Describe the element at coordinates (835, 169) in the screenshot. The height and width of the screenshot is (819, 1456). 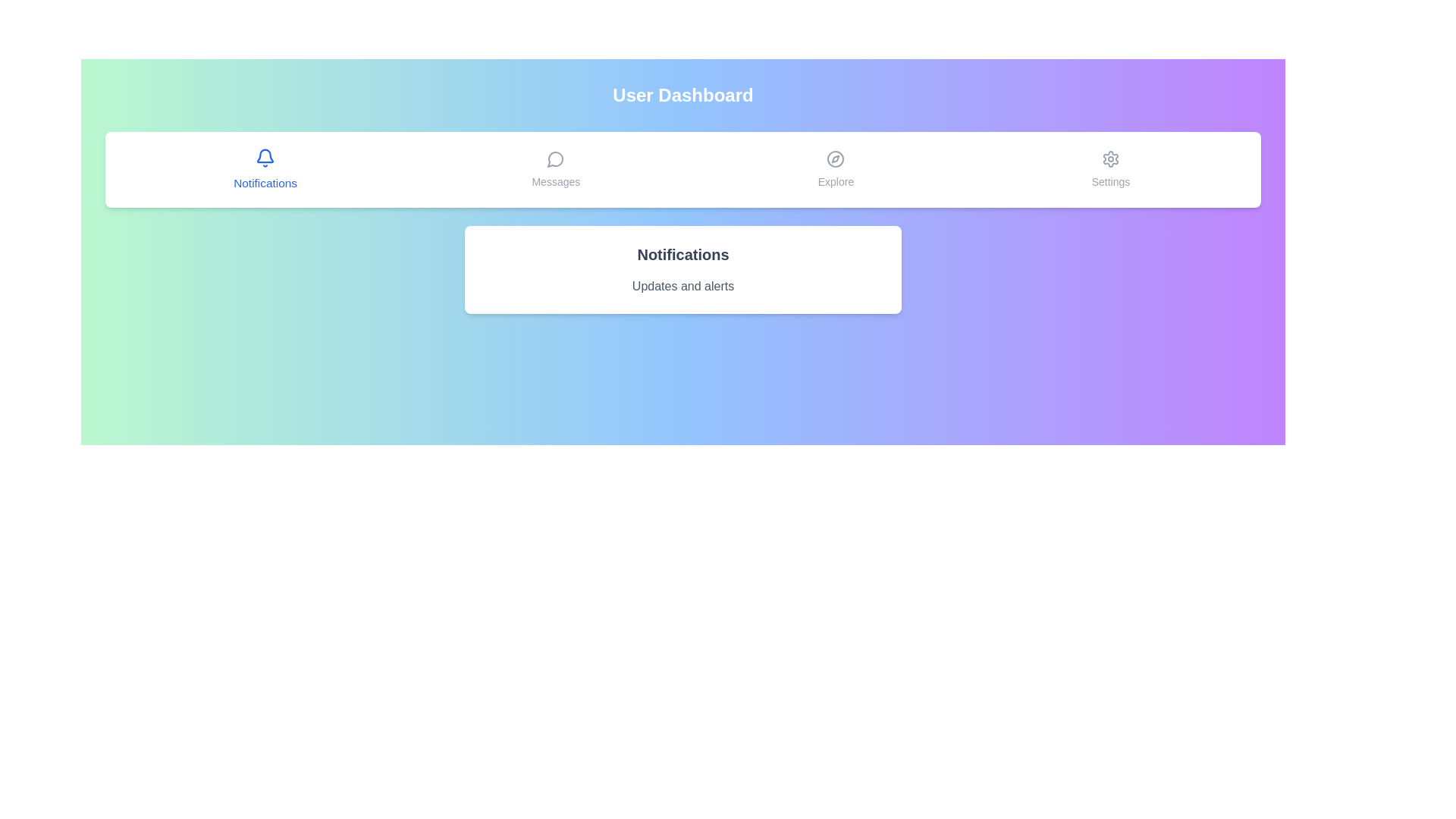
I see `the Explore tab to switch the content` at that location.